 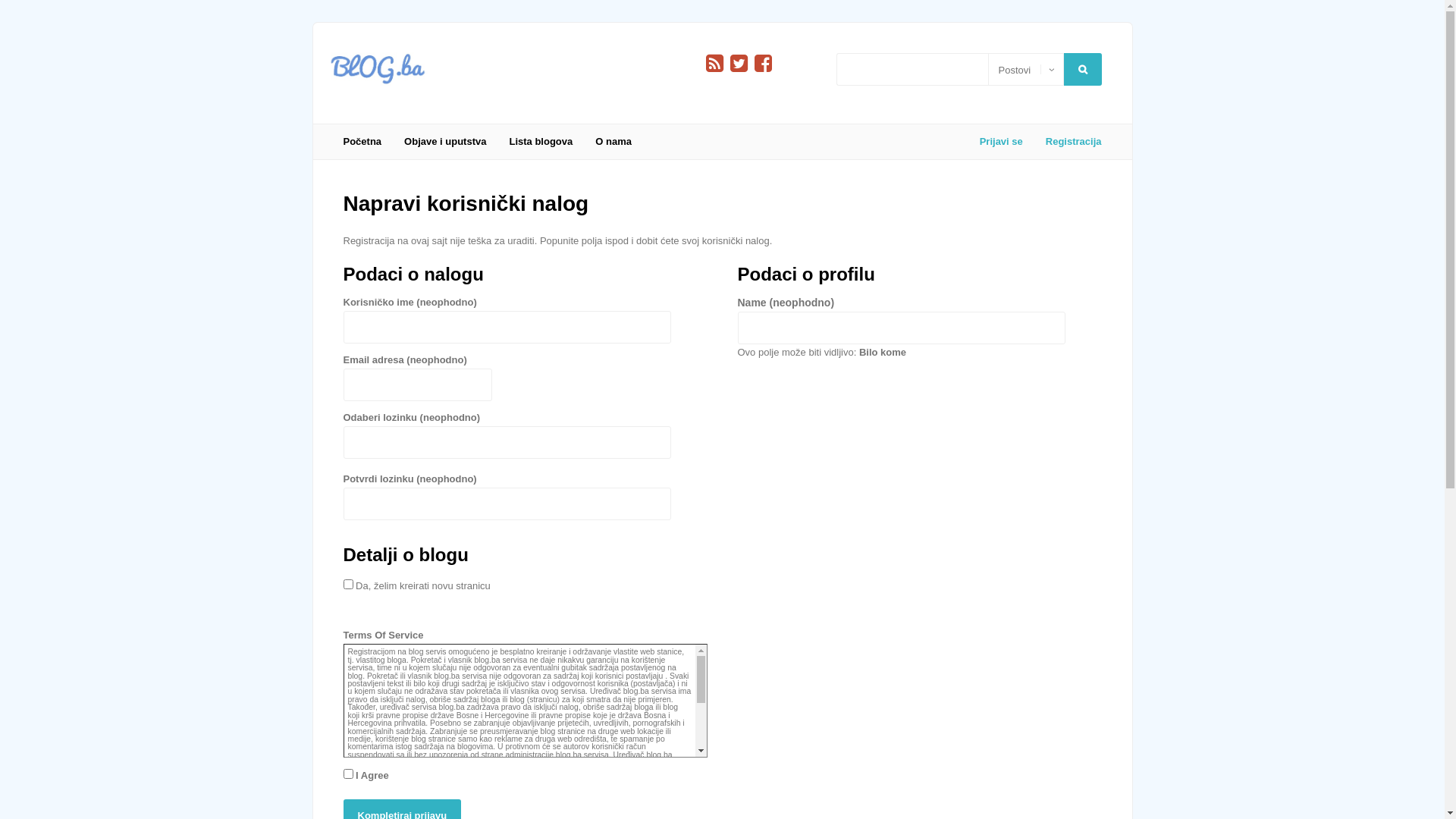 What do you see at coordinates (739, 62) in the screenshot?
I see `'Twitter'` at bounding box center [739, 62].